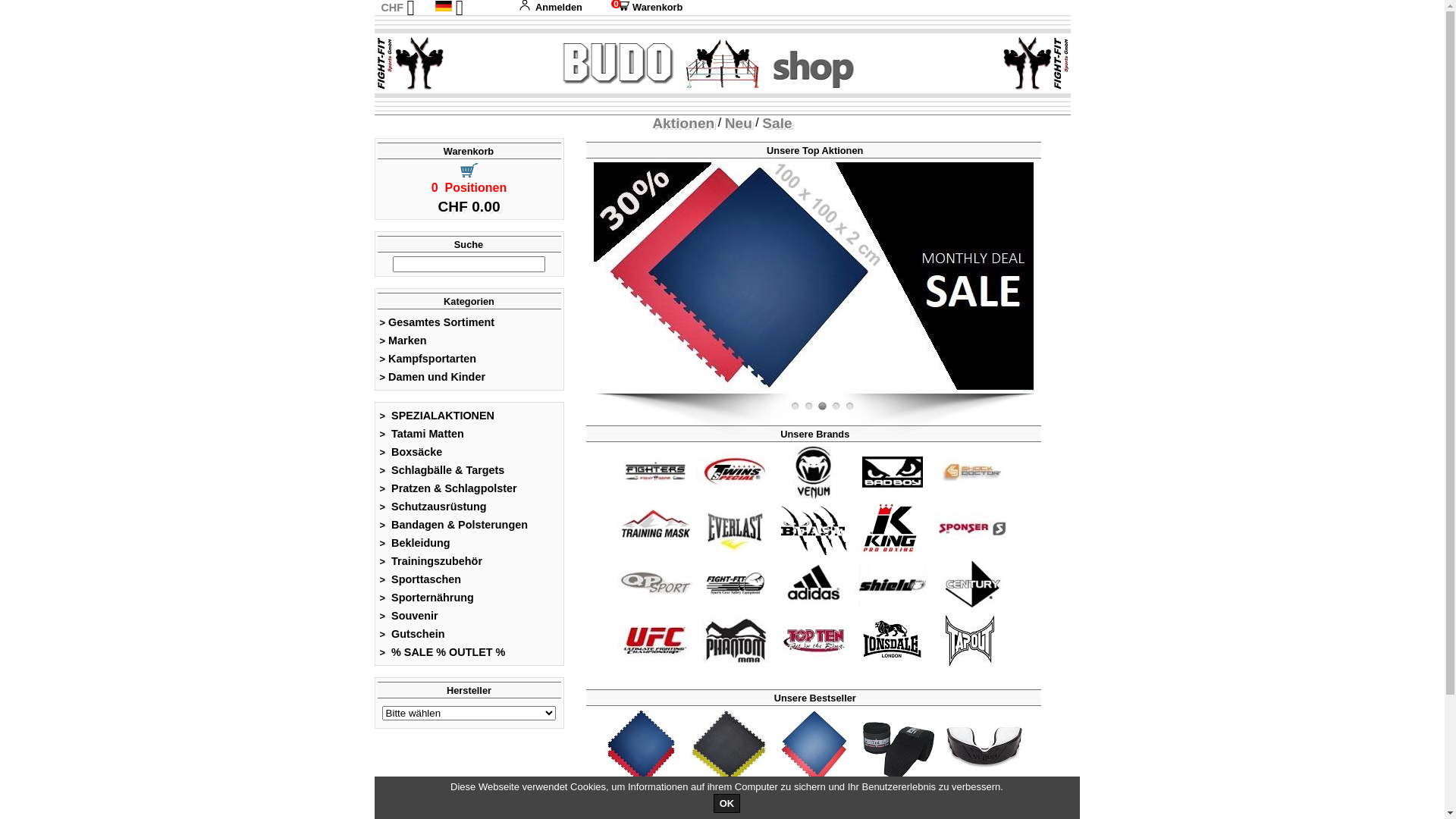 The image size is (1456, 819). Describe the element at coordinates (549, 7) in the screenshot. I see `'Anmelden'` at that location.